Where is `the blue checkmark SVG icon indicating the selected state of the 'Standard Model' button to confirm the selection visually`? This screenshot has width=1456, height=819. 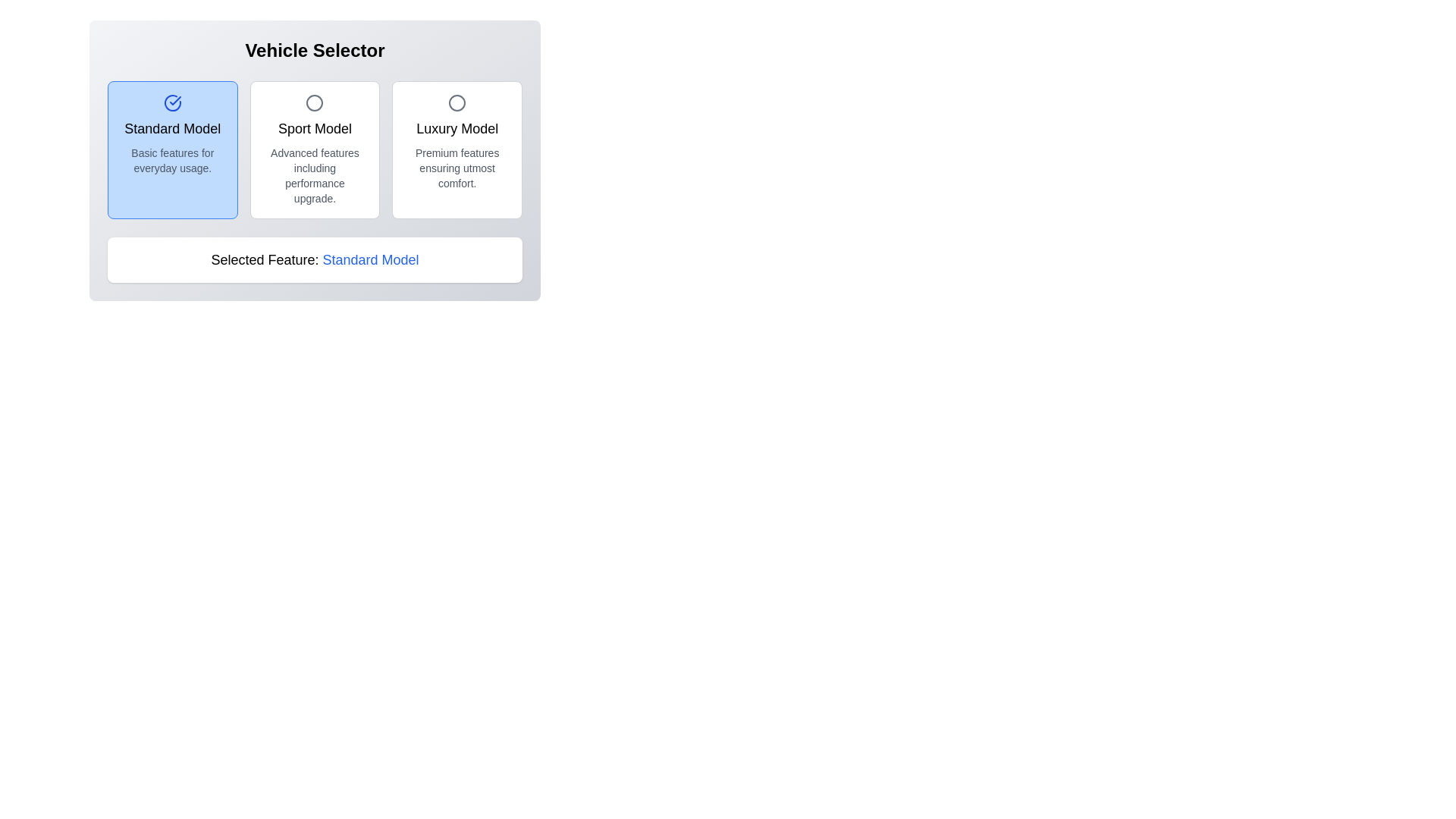
the blue checkmark SVG icon indicating the selected state of the 'Standard Model' button to confirm the selection visually is located at coordinates (175, 100).